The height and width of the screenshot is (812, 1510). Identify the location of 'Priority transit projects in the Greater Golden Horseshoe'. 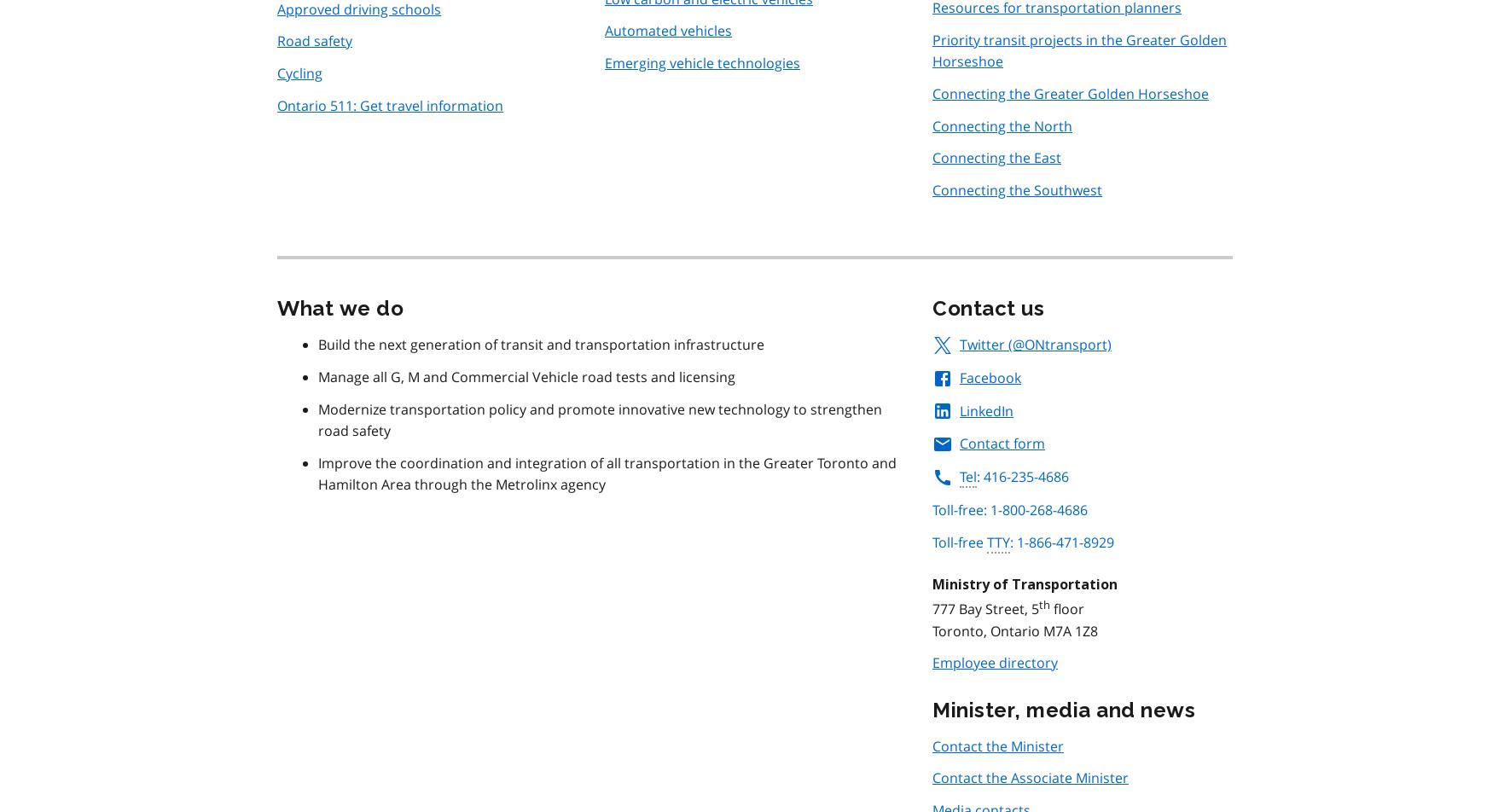
(1078, 50).